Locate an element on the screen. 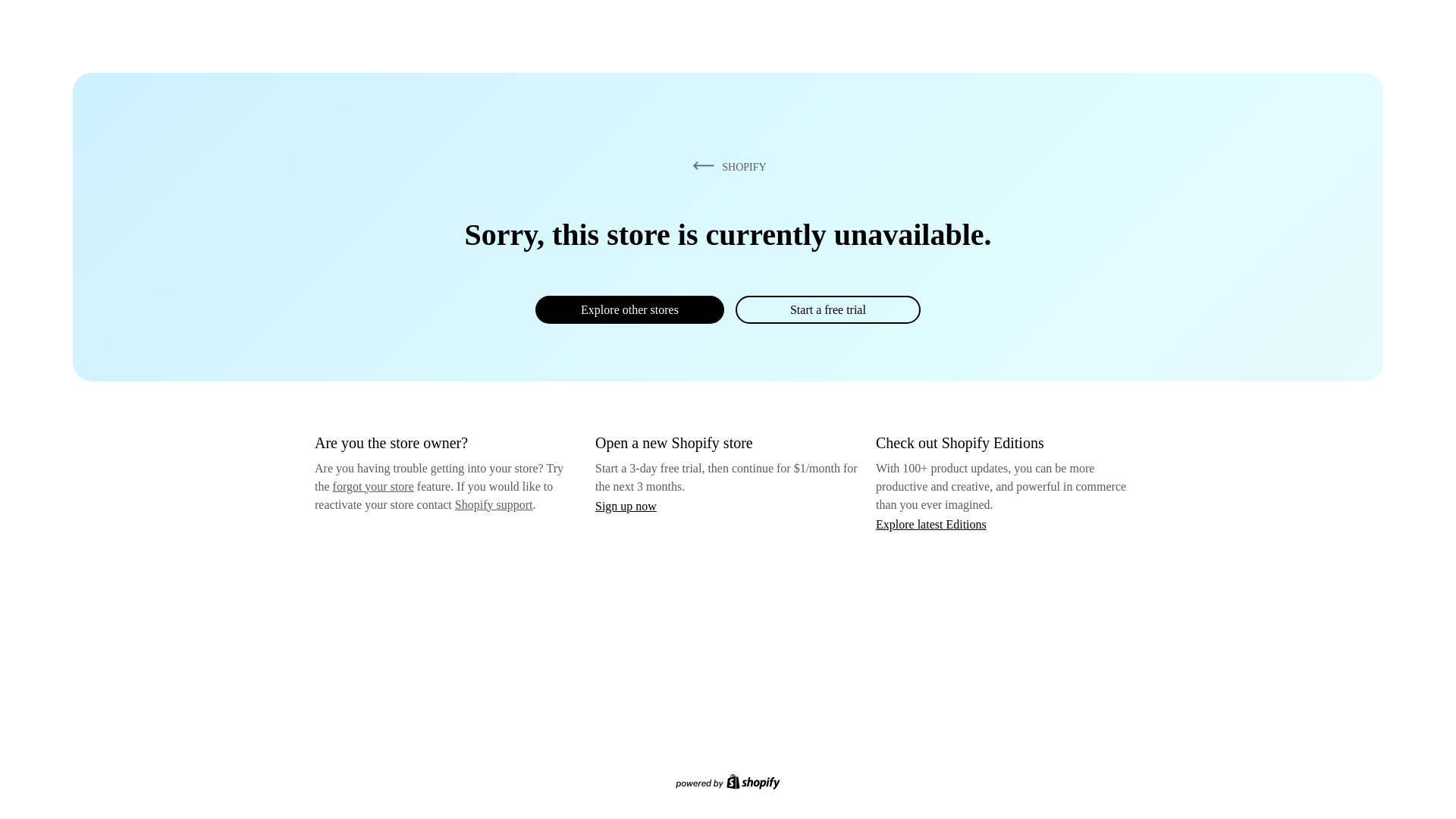 This screenshot has height=819, width=1456. 'Sign up now' is located at coordinates (626, 506).